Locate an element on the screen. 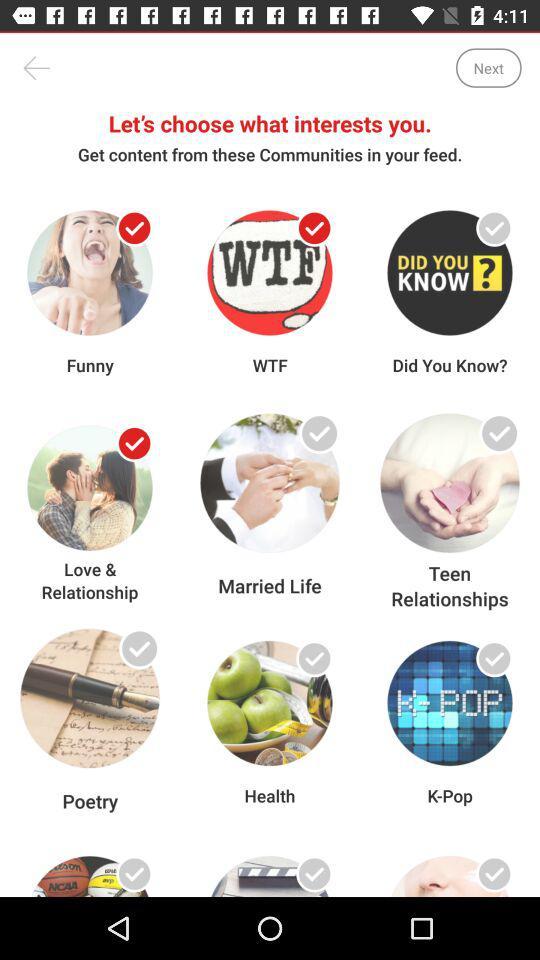  choose video as interest is located at coordinates (493, 873).